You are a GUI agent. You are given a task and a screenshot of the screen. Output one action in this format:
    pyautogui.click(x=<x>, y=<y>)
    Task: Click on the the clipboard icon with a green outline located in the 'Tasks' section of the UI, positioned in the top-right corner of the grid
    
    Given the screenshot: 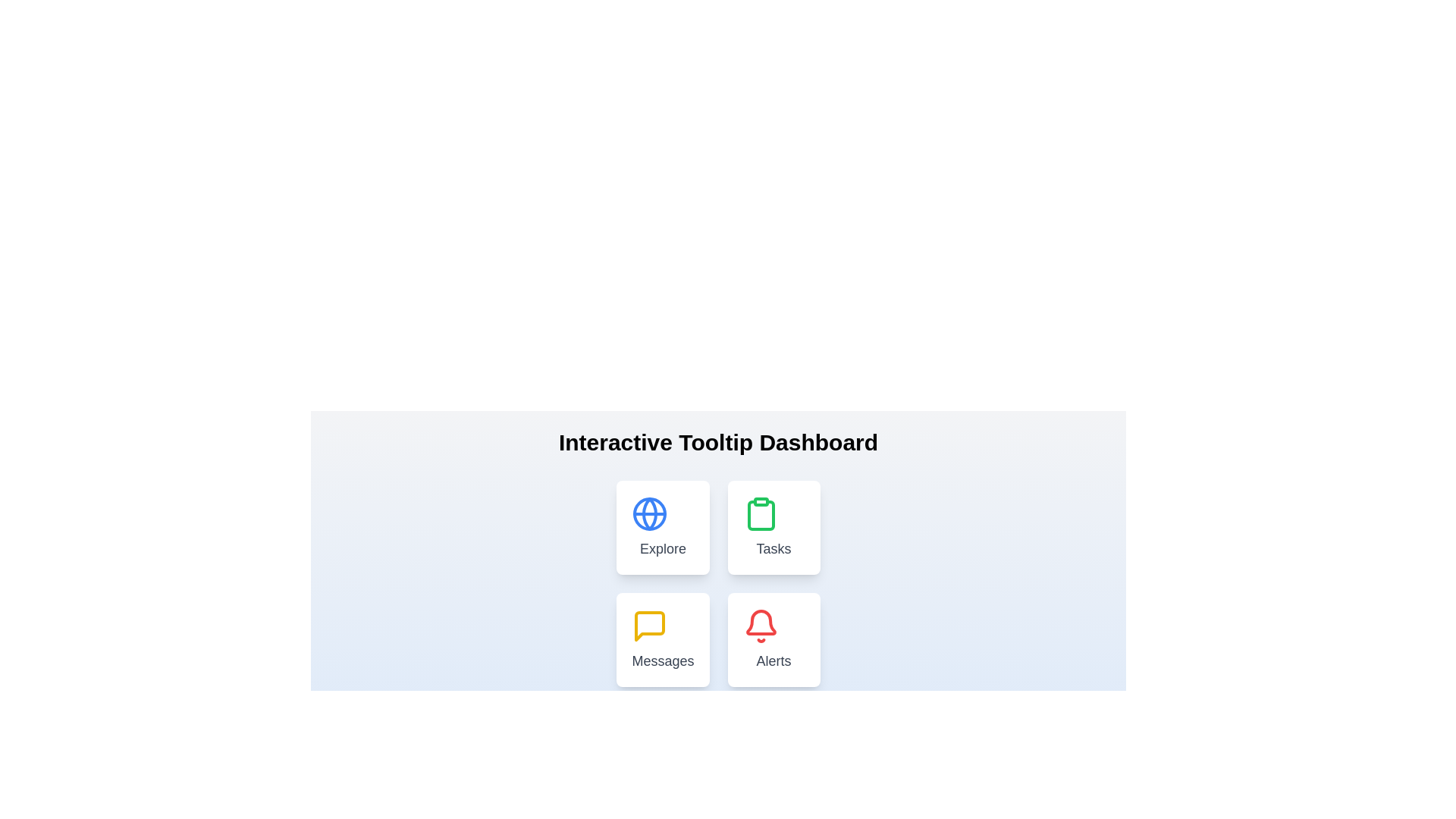 What is the action you would take?
    pyautogui.click(x=761, y=513)
    